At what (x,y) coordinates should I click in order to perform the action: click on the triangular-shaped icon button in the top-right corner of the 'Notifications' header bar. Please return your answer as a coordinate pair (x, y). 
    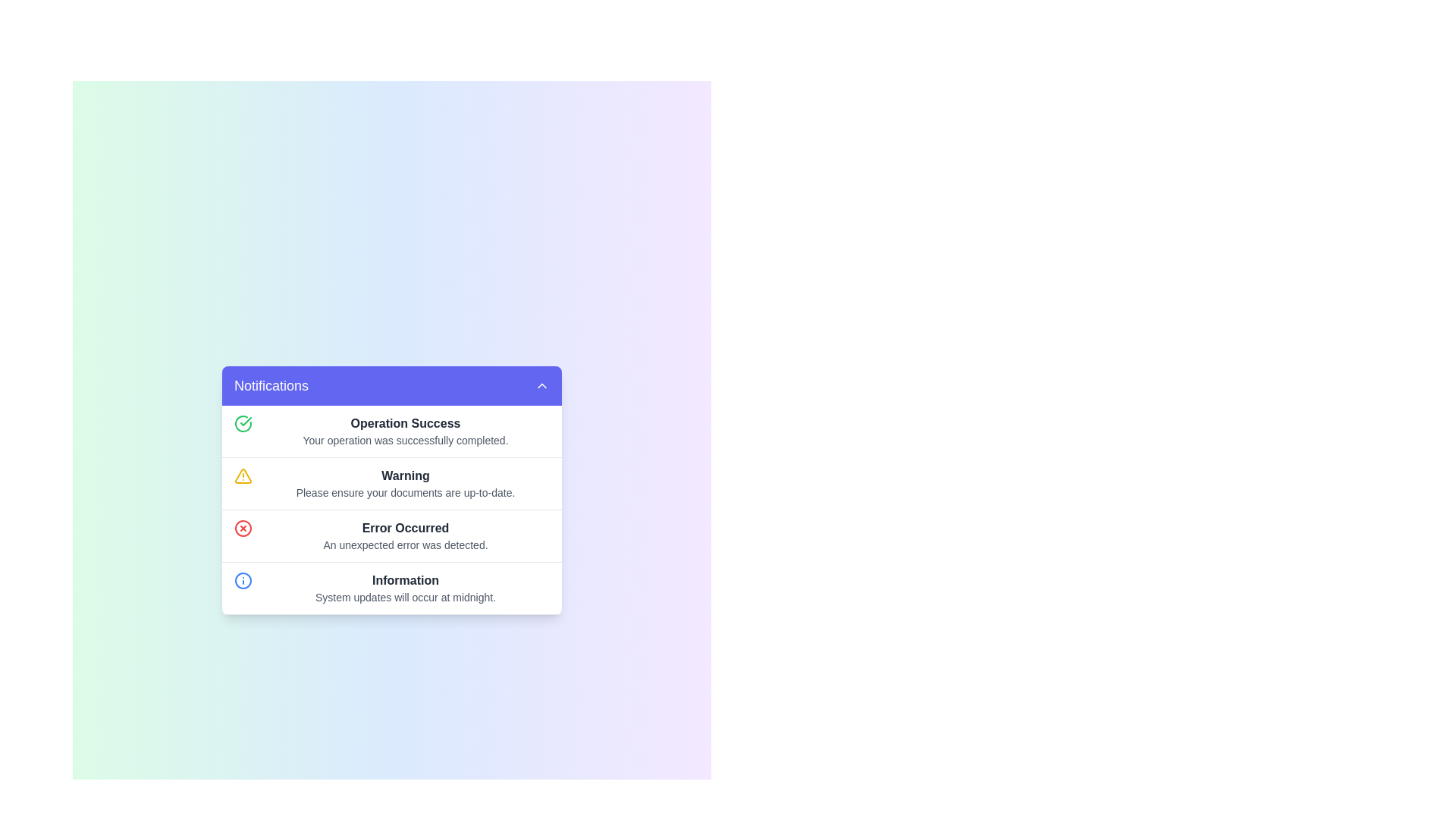
    Looking at the image, I should click on (542, 385).